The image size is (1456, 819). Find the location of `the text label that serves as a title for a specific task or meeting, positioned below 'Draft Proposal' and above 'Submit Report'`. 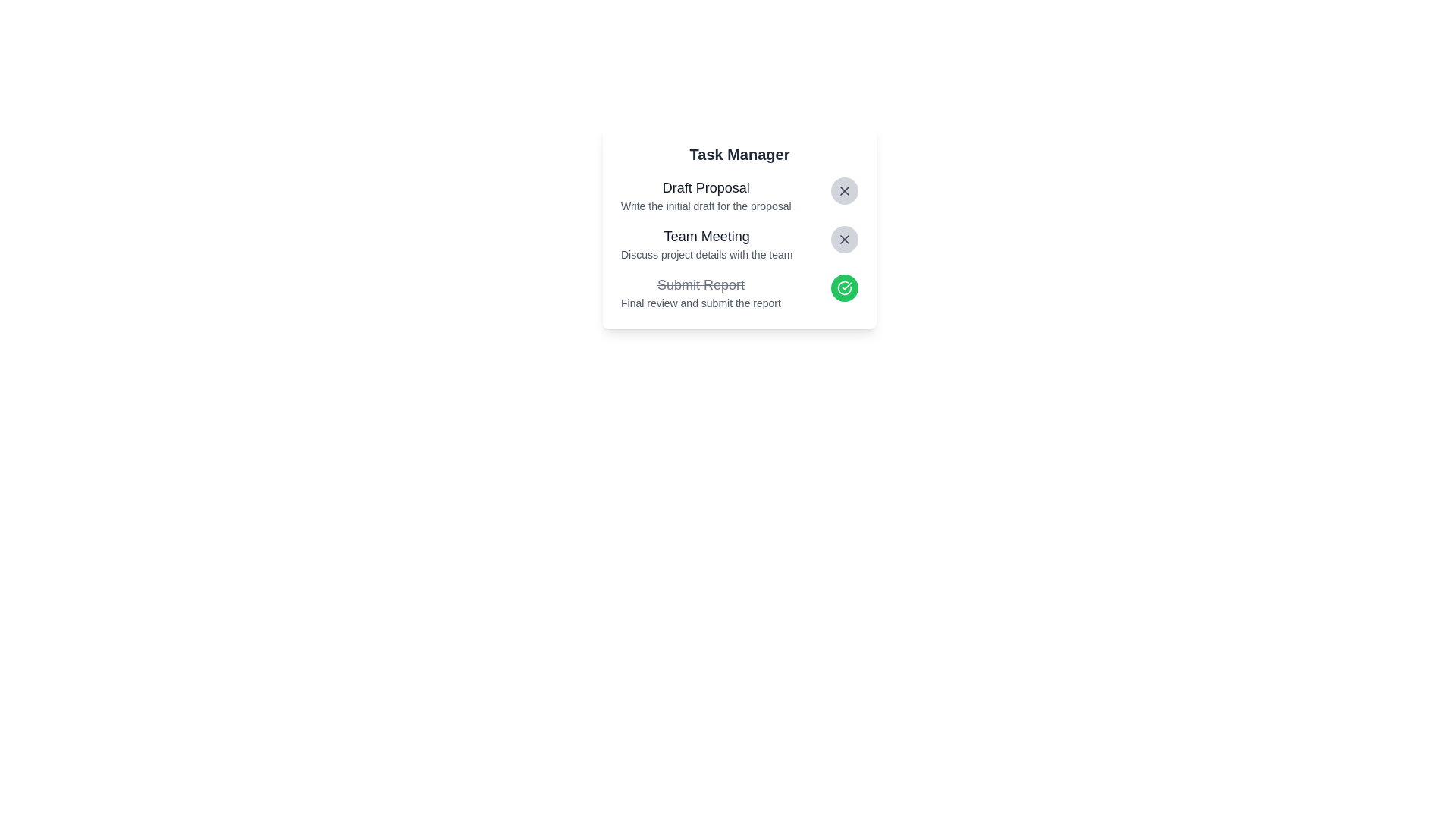

the text label that serves as a title for a specific task or meeting, positioned below 'Draft Proposal' and above 'Submit Report' is located at coordinates (706, 243).